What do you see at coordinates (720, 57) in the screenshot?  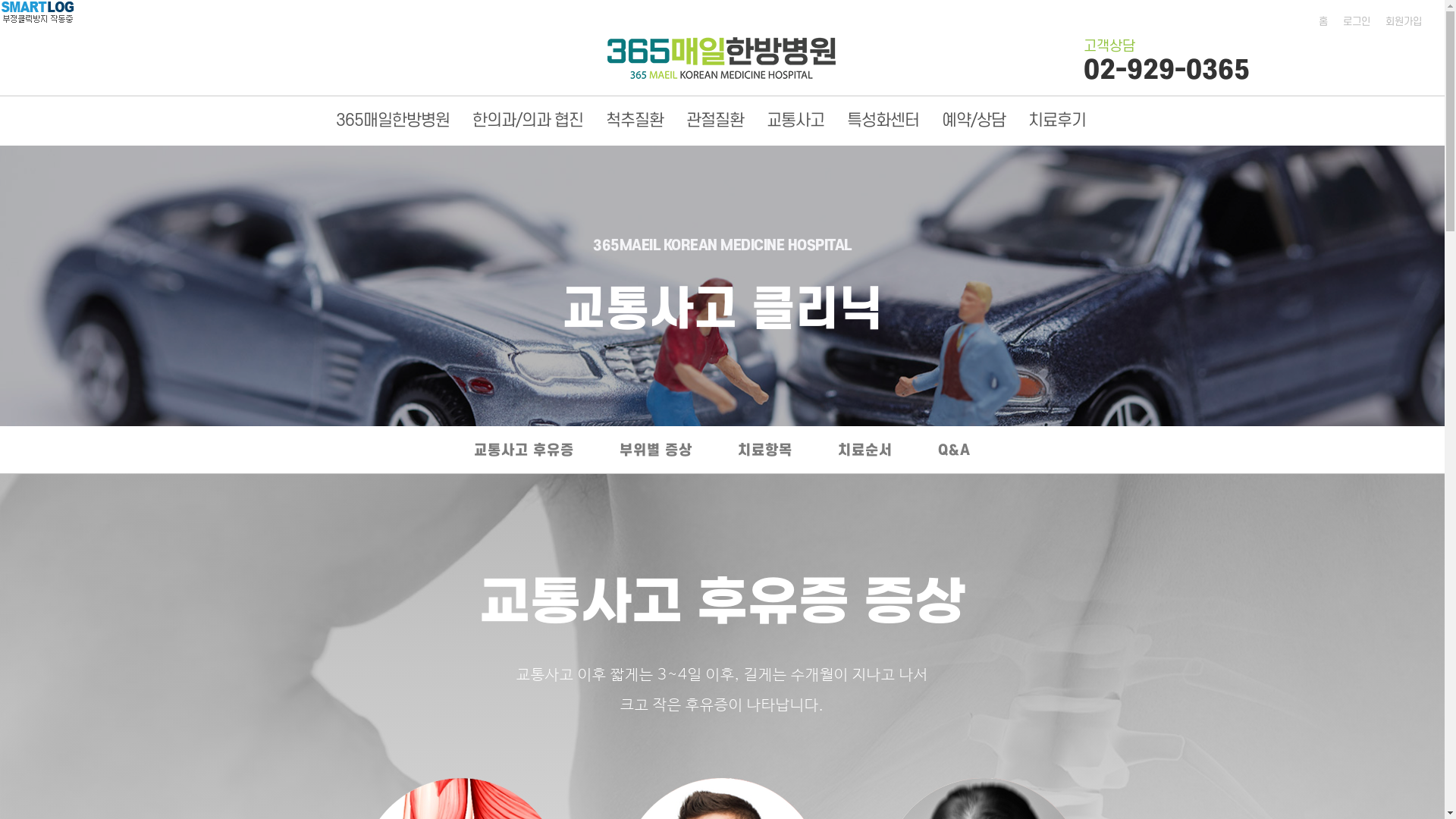 I see `'365-logo-final-fin-01'` at bounding box center [720, 57].